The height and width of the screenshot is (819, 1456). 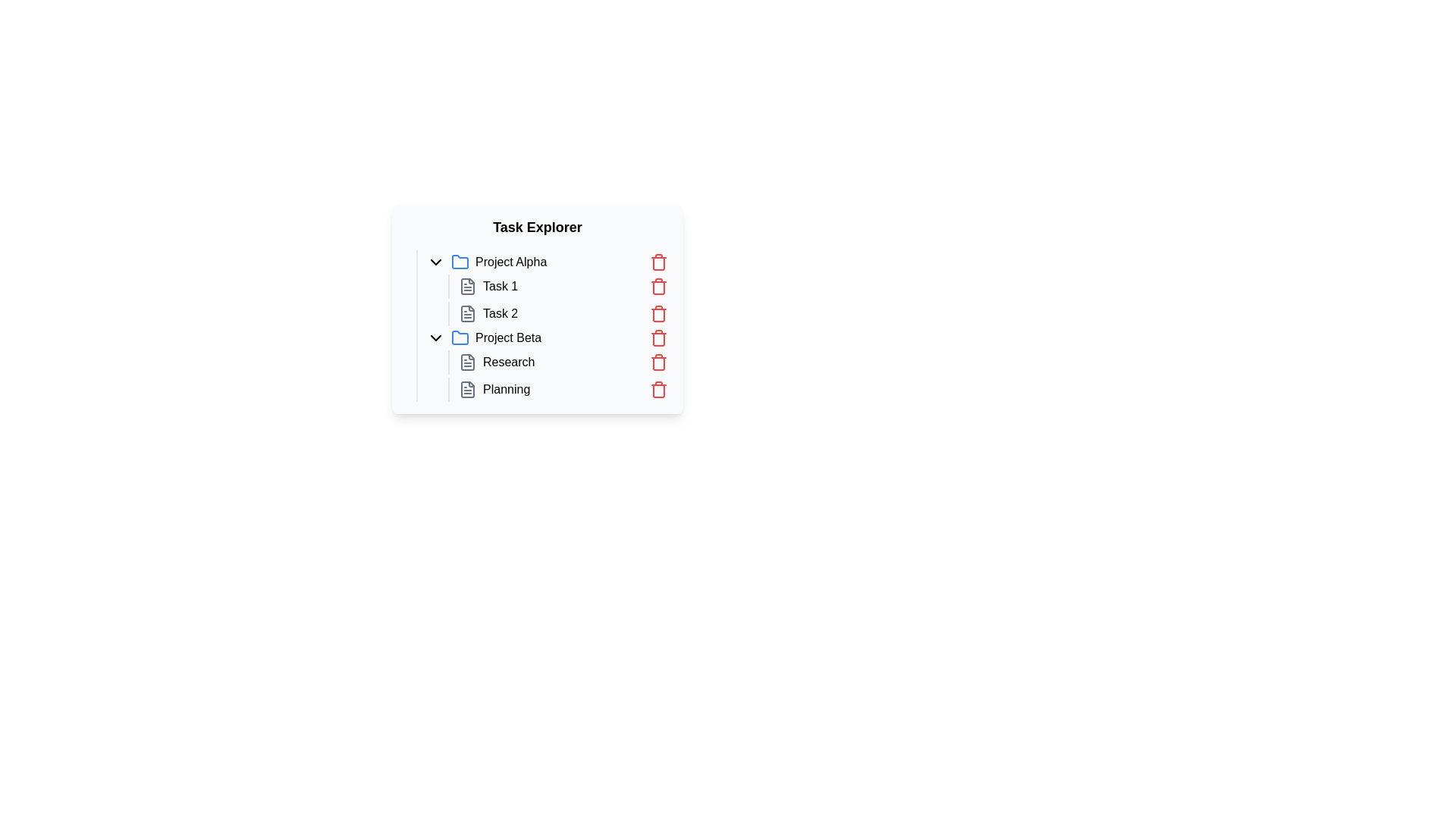 I want to click on the document icon representing 'Task 1' located in the Task Explorer interface near the top-left corner, so click(x=467, y=287).